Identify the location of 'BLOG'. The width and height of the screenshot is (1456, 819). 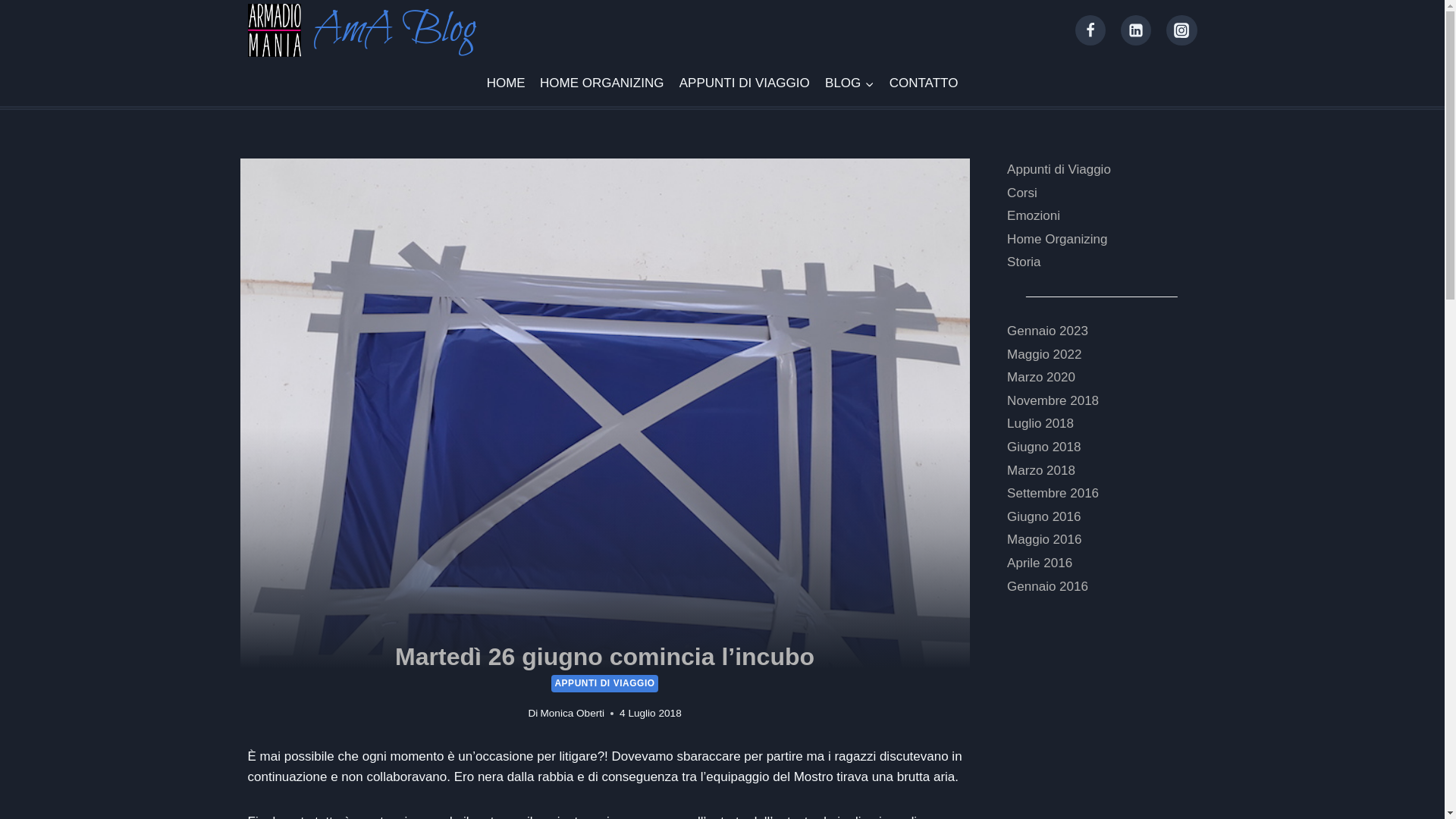
(817, 83).